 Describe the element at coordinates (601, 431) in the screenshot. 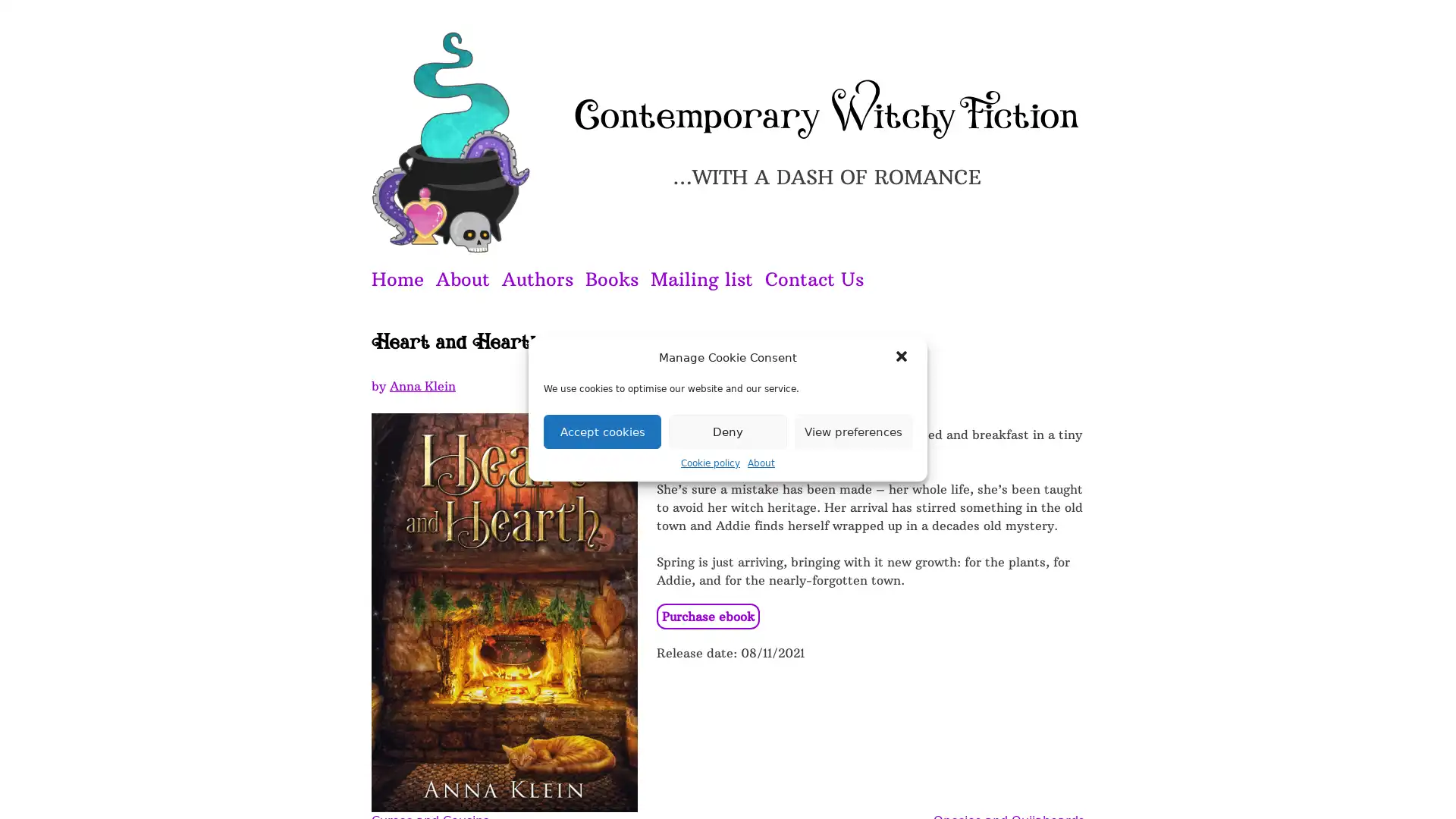

I see `Accept cookies` at that location.